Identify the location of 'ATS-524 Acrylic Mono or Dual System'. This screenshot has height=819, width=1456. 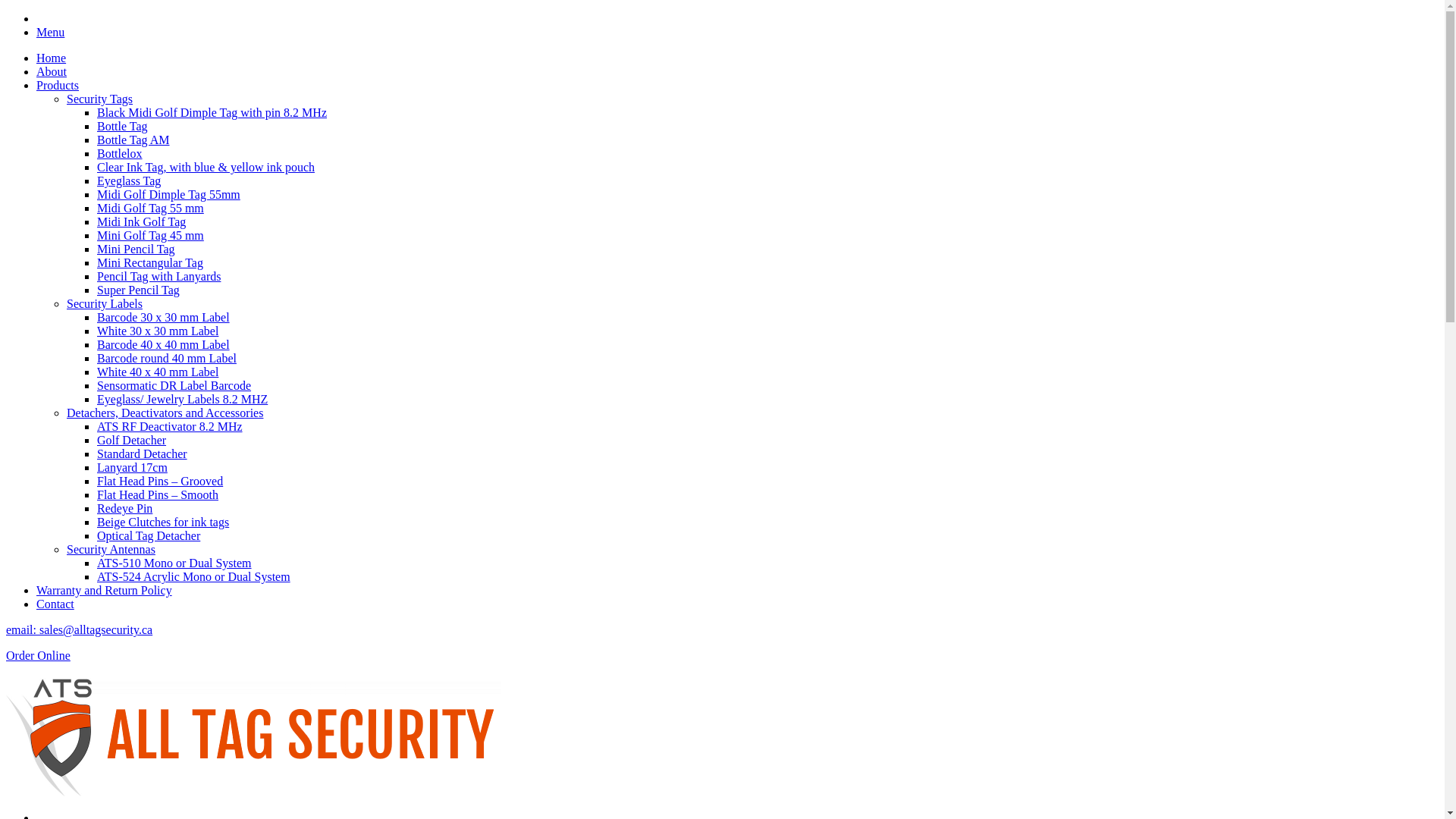
(193, 576).